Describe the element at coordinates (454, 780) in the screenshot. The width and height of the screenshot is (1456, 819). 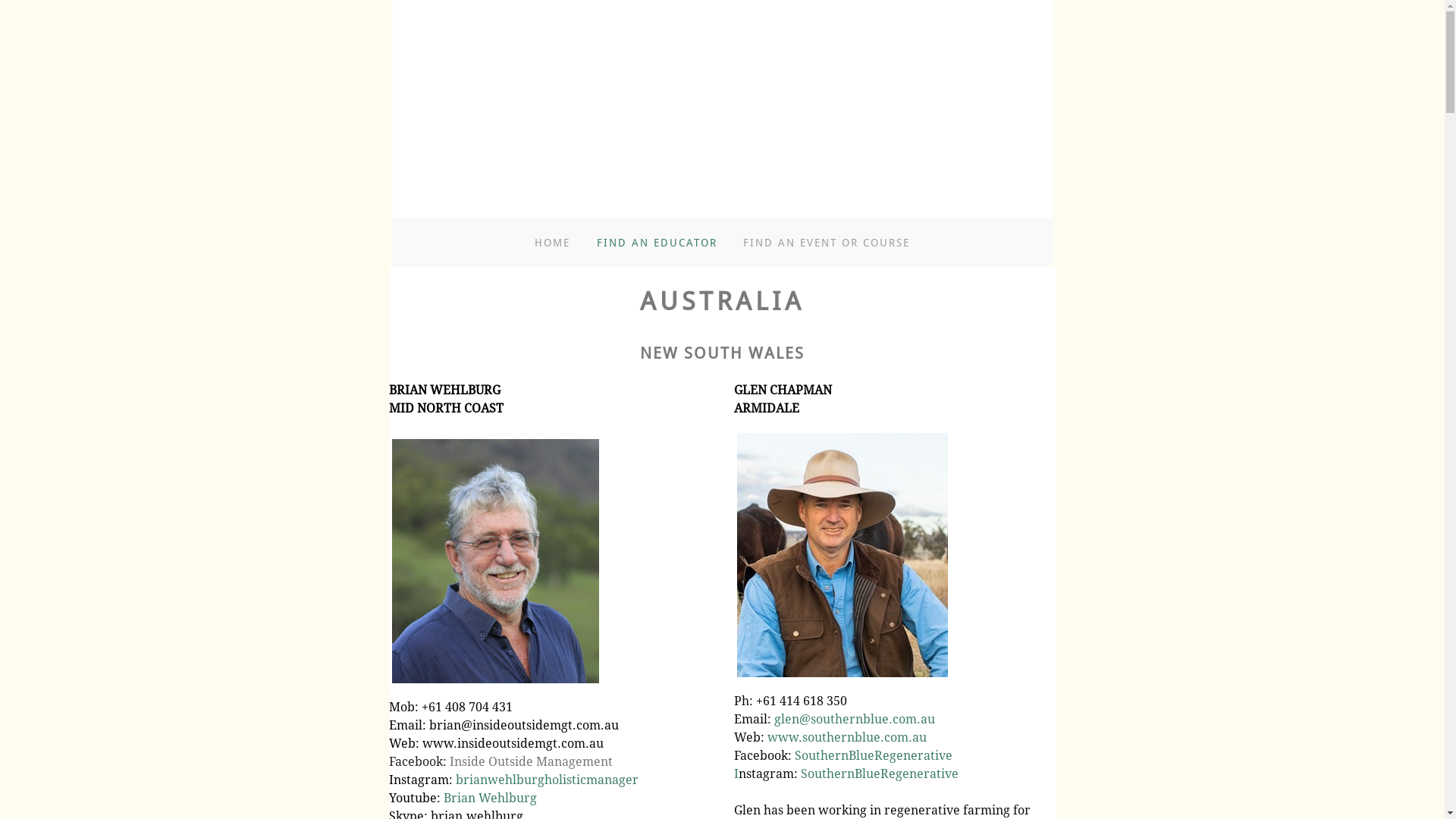
I see `'brianwehlburgholisticmanager'` at that location.